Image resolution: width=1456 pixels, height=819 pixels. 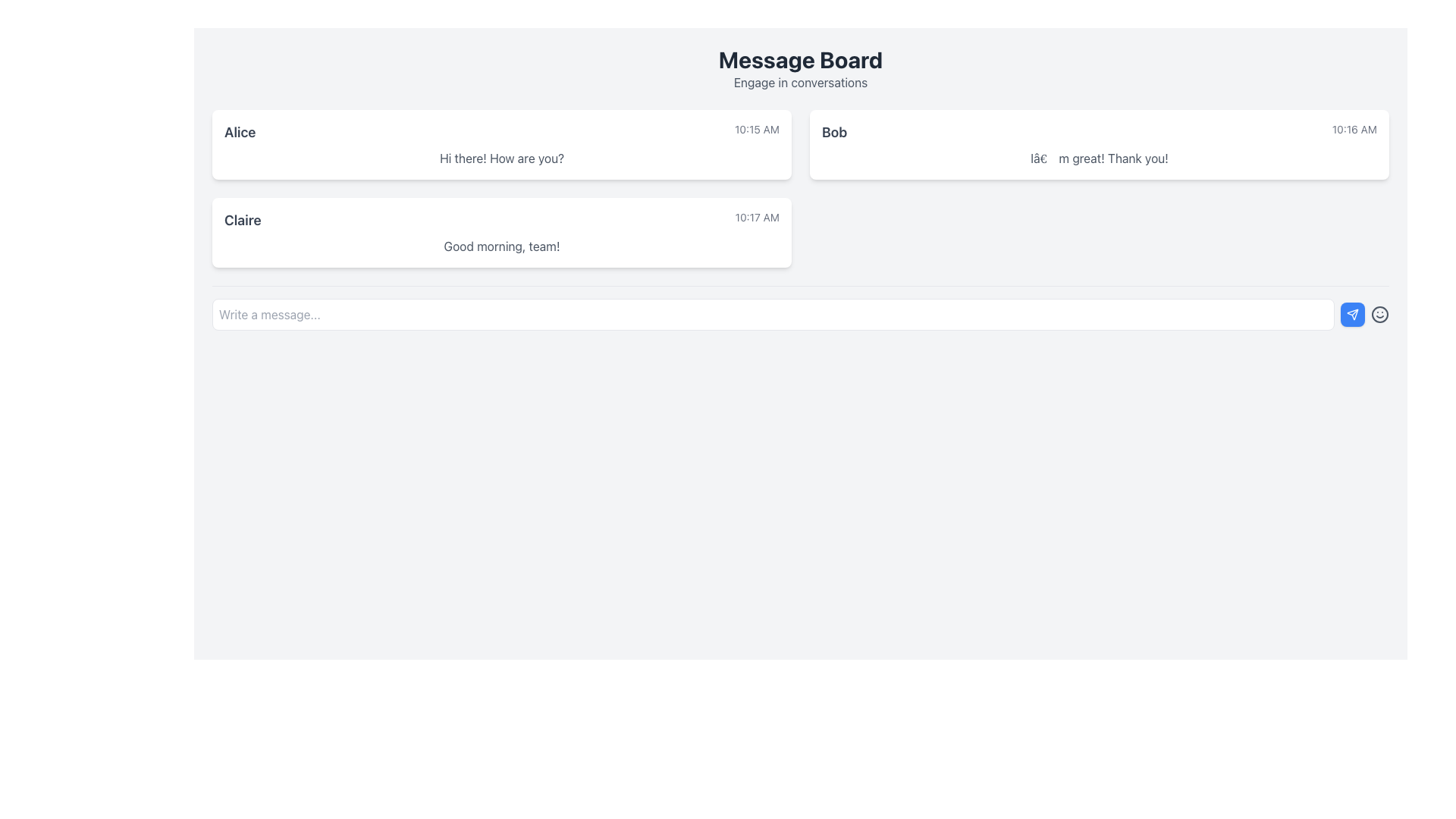 What do you see at coordinates (1353, 314) in the screenshot?
I see `the 'Send' button located in the bottom right corner of the input interface` at bounding box center [1353, 314].